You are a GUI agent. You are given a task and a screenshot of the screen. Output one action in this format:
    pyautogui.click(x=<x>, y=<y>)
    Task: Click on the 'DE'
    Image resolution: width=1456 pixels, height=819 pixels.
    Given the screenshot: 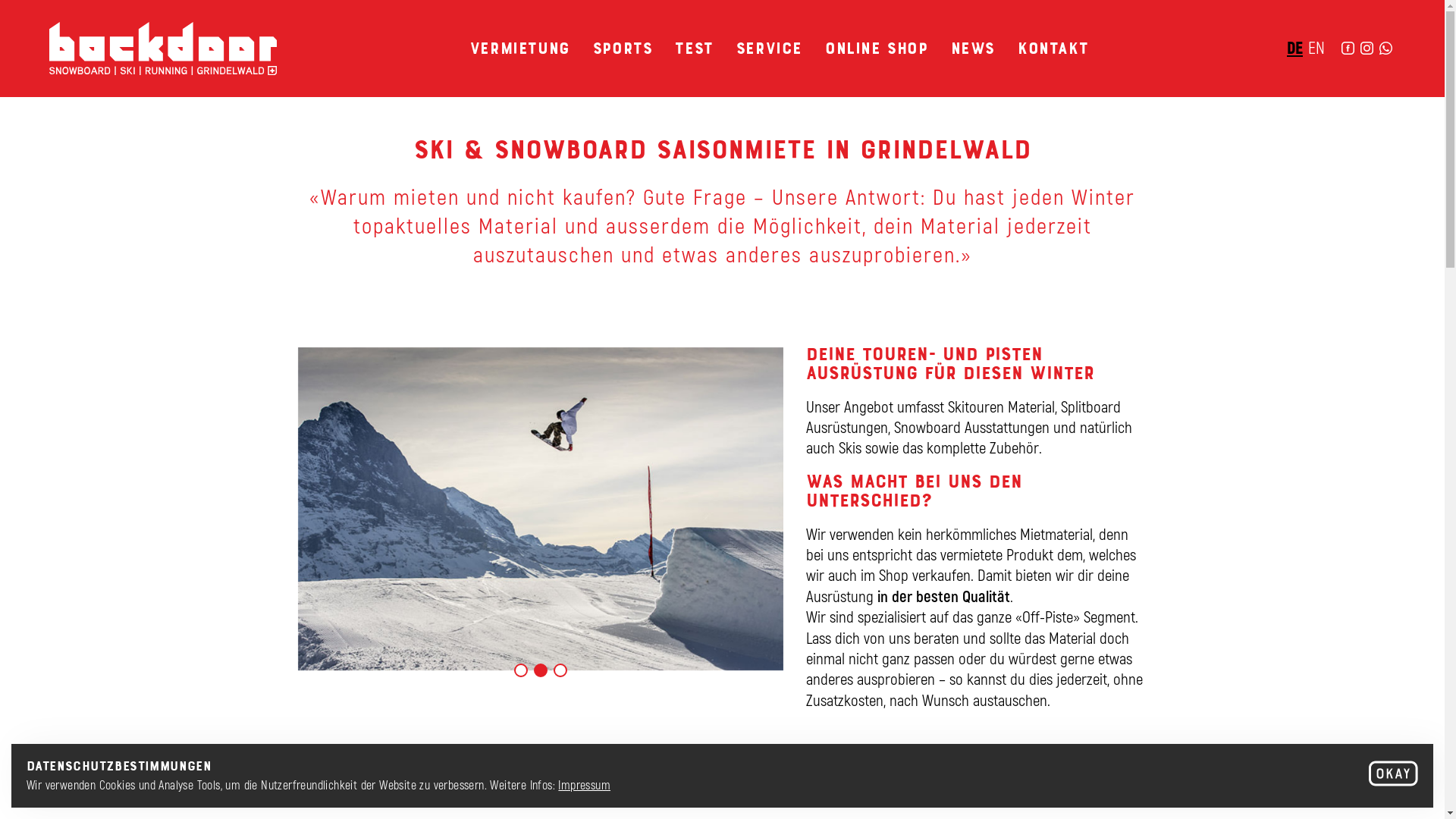 What is the action you would take?
    pyautogui.click(x=1294, y=45)
    